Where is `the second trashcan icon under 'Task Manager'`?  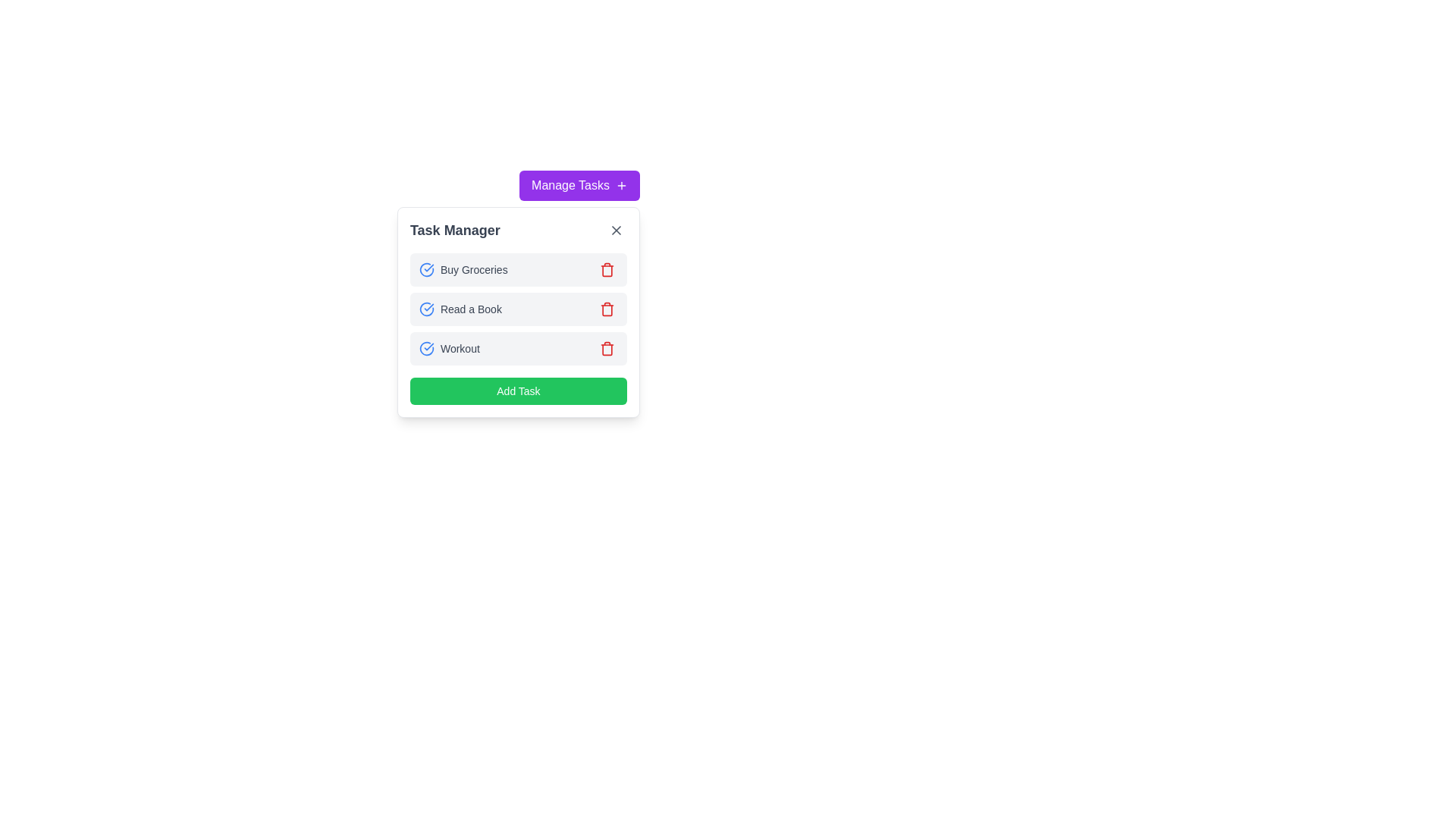
the second trashcan icon under 'Task Manager' is located at coordinates (607, 309).